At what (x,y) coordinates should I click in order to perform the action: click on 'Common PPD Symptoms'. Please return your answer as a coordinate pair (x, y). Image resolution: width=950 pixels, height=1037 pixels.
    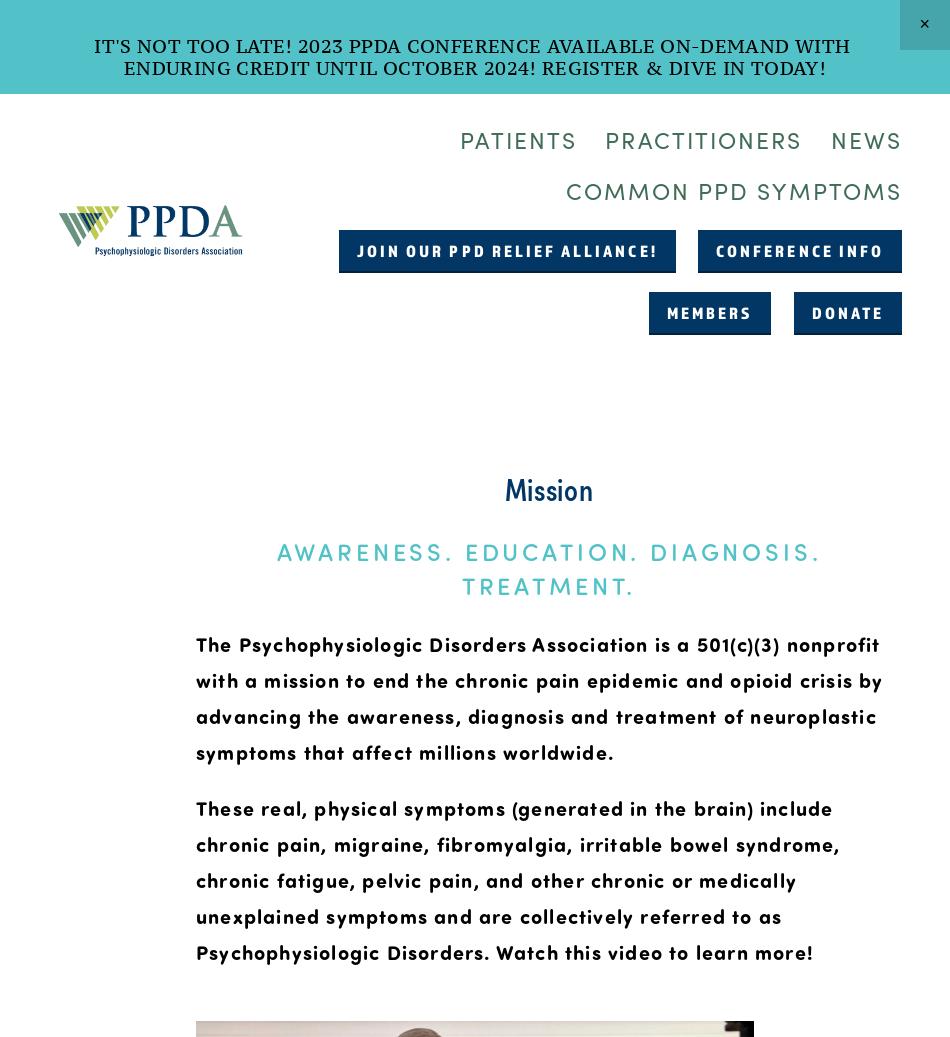
    Looking at the image, I should click on (564, 188).